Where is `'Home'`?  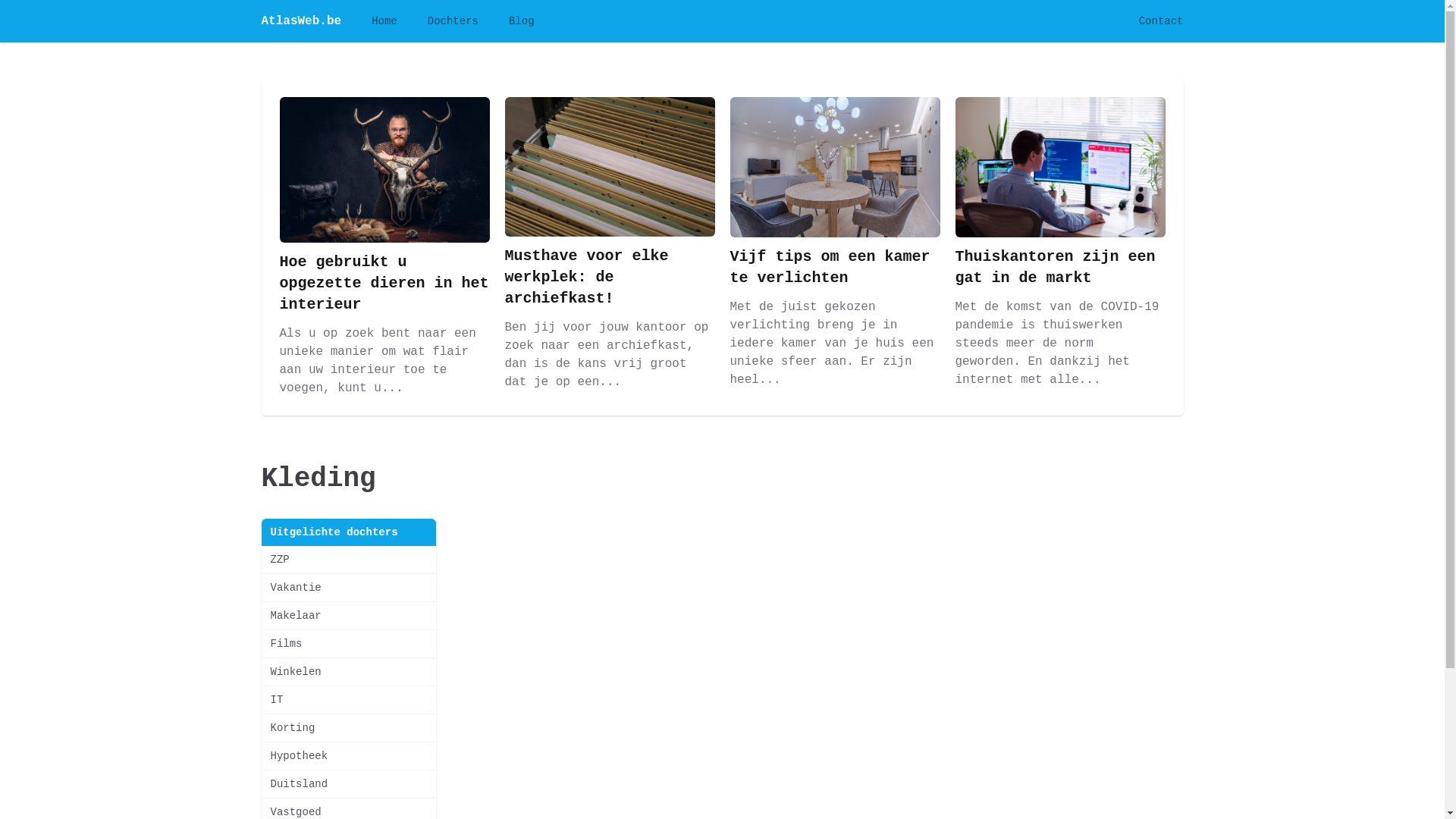
'Home' is located at coordinates (384, 20).